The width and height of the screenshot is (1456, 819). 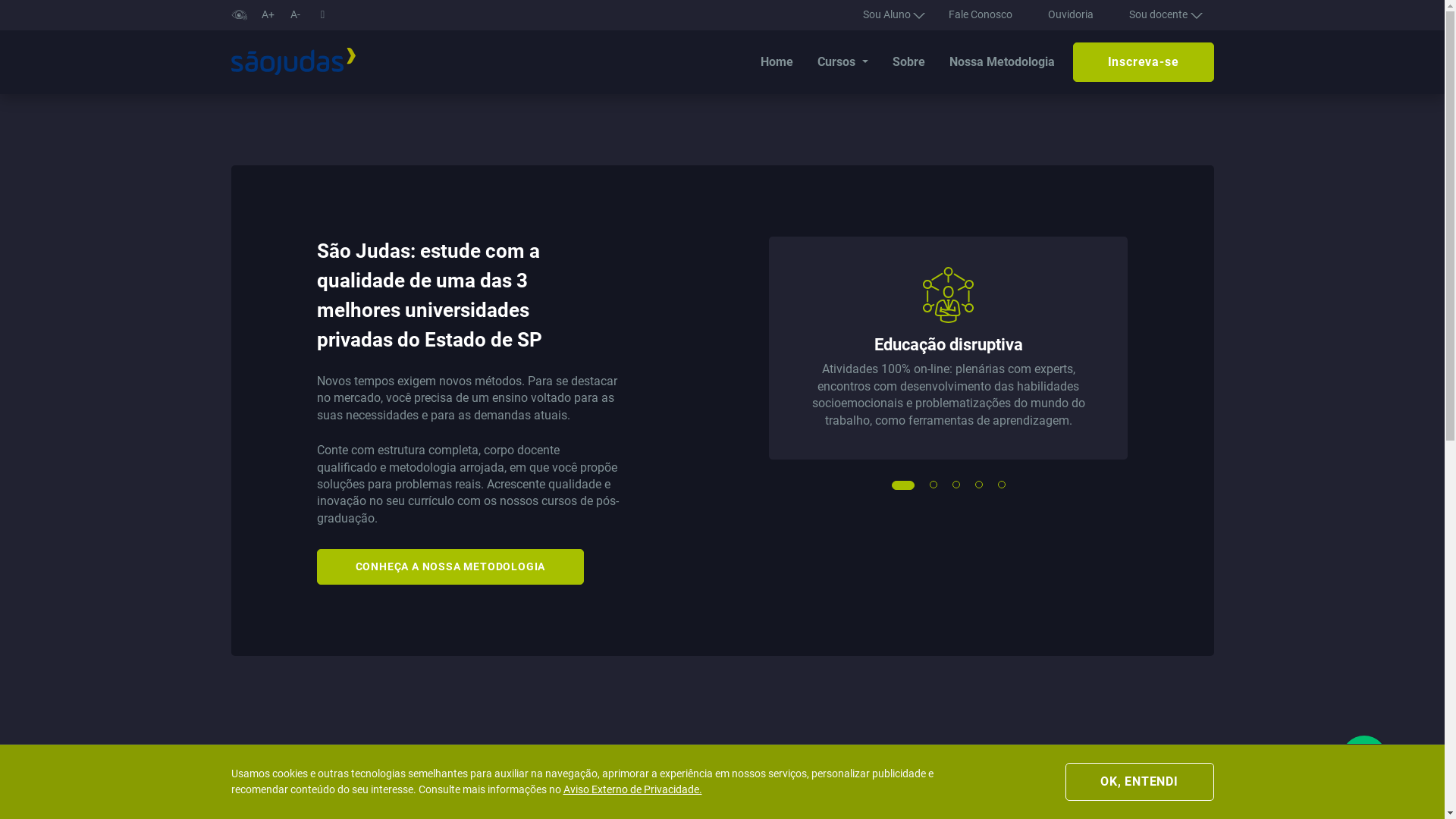 I want to click on '5', so click(x=1002, y=485).